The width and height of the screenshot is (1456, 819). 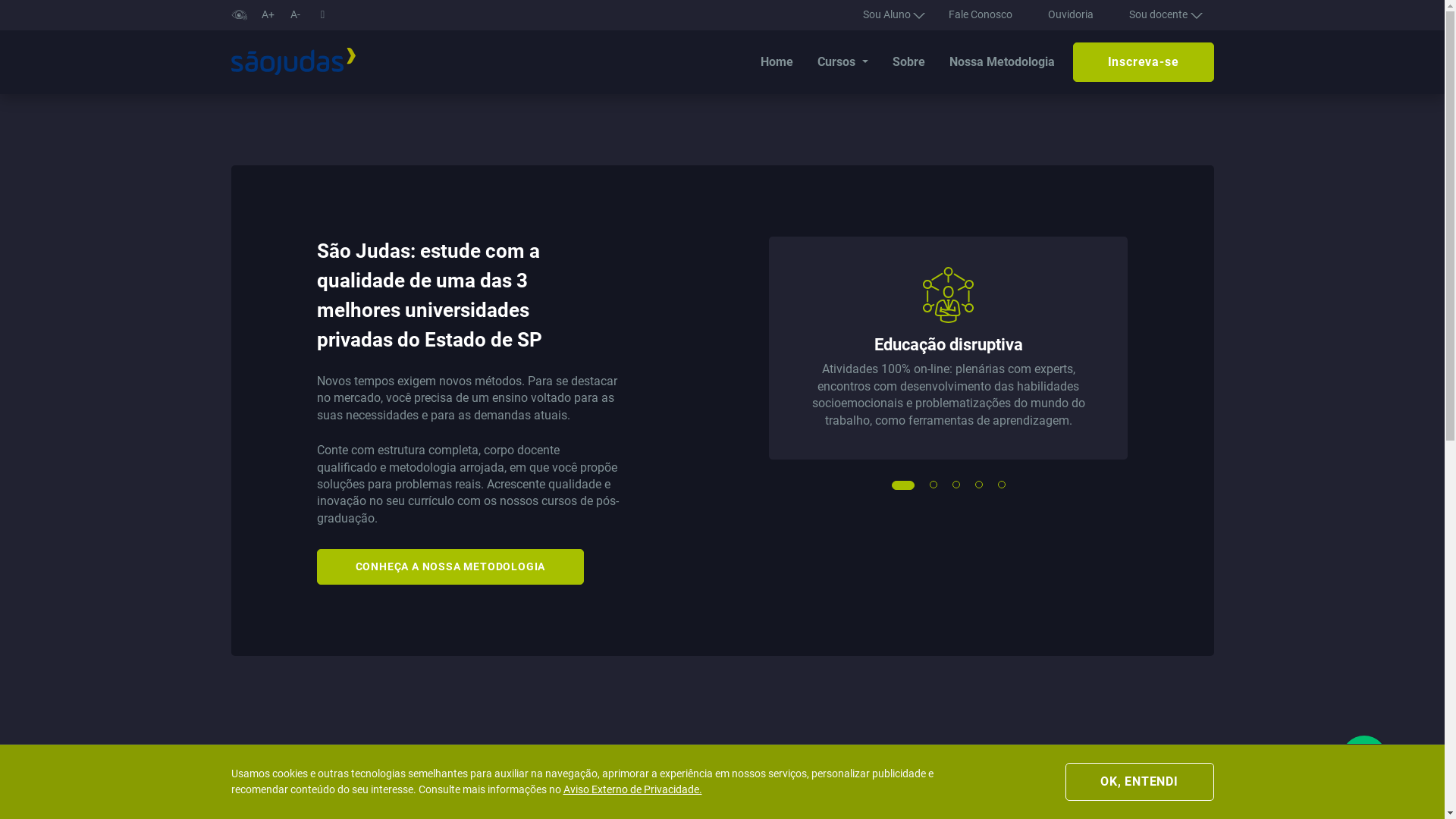 I want to click on '5', so click(x=1002, y=485).